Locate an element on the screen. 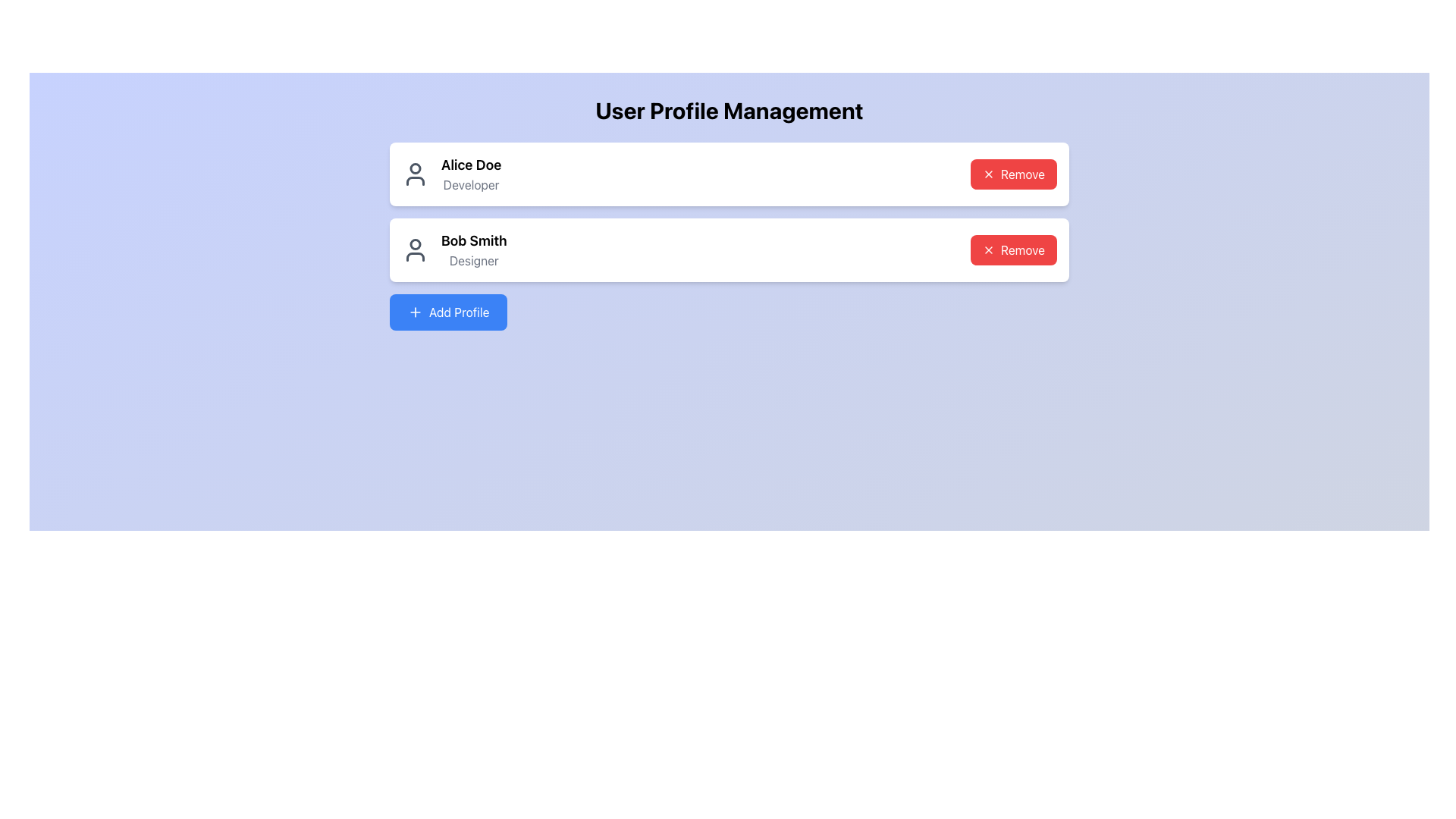 This screenshot has width=1456, height=819. the blue button labeled 'Add Profile' with a plus icon, located below the profile containers for keyboard interaction is located at coordinates (447, 312).